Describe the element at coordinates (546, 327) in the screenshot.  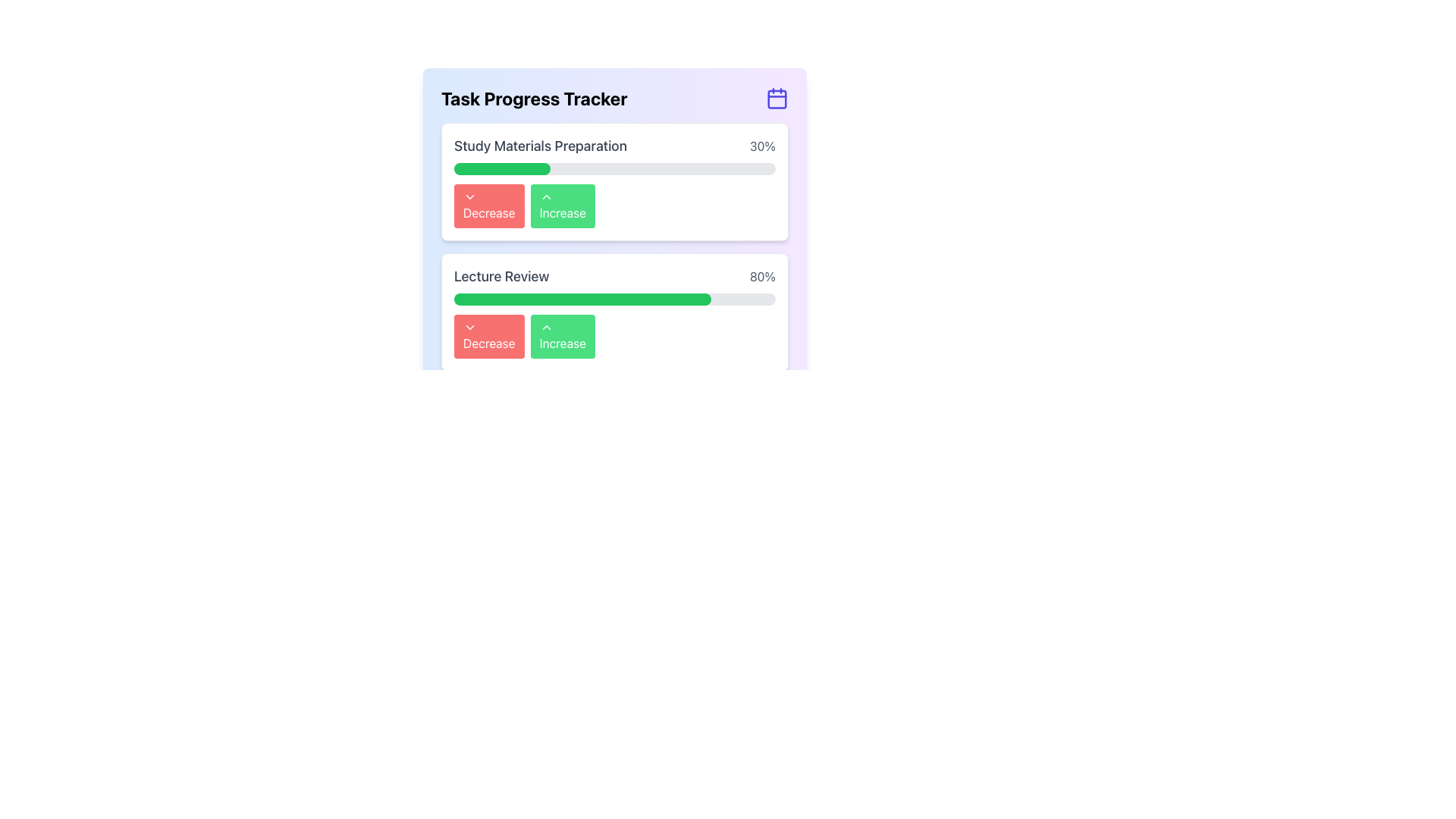
I see `the upward-pointing chevron icon inside the green 'Increase' button, which is positioned to the right of the red 'Decrease' button` at that location.